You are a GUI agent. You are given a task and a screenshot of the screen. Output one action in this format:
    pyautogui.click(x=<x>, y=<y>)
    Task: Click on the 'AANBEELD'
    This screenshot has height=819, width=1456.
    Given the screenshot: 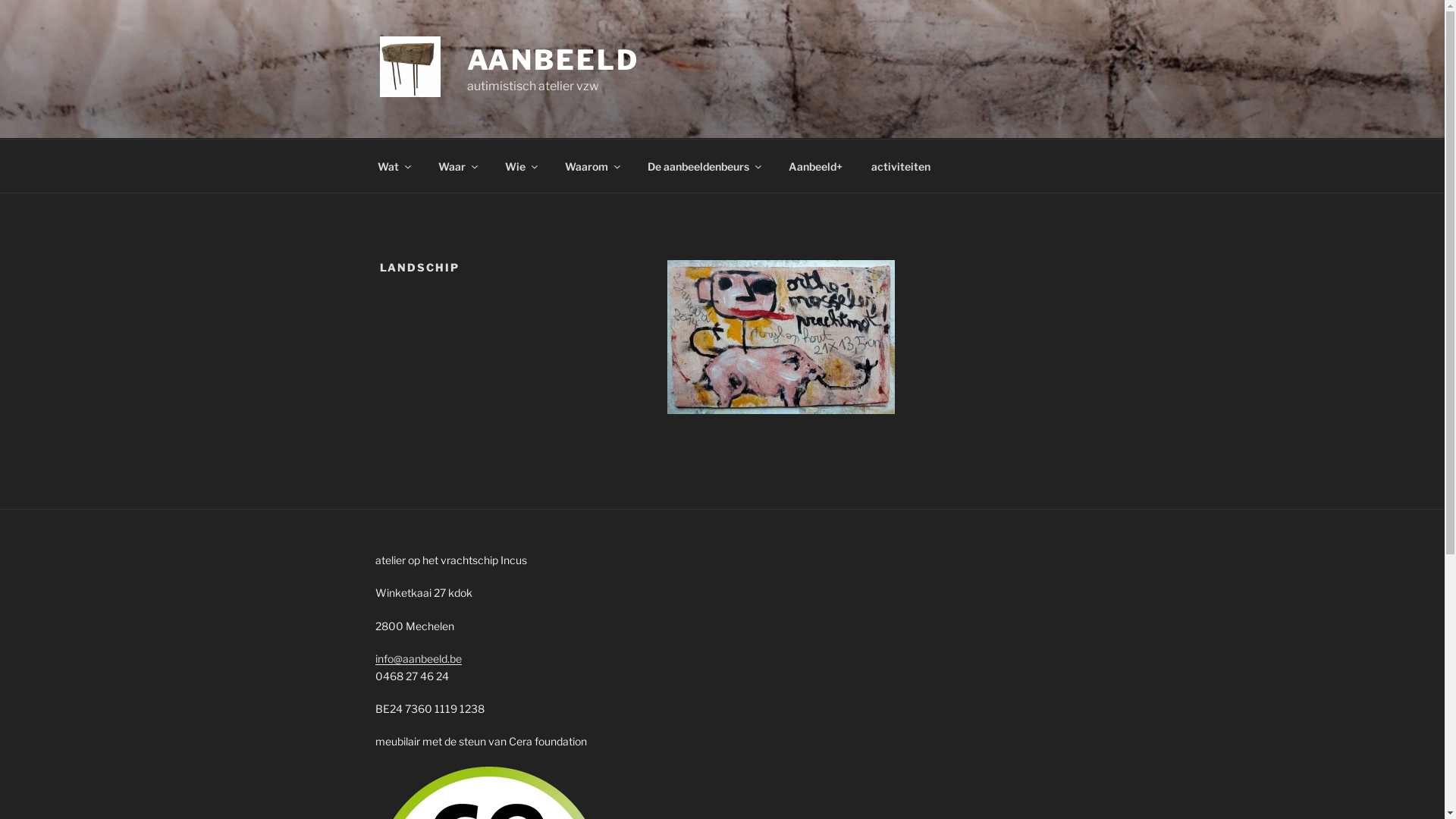 What is the action you would take?
    pyautogui.click(x=552, y=58)
    